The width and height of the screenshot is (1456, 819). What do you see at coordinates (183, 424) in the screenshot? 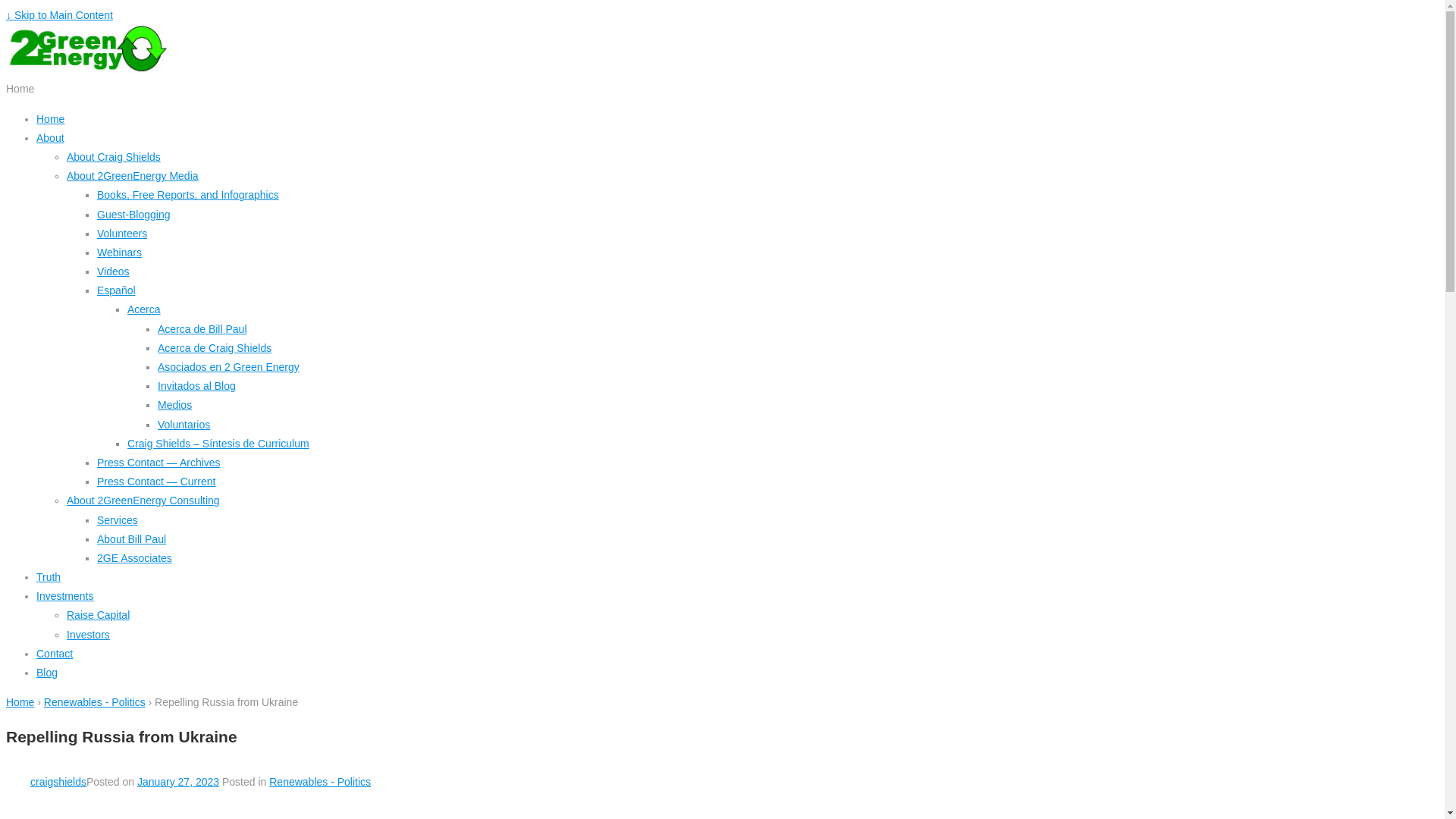
I see `'Voluntarios'` at bounding box center [183, 424].